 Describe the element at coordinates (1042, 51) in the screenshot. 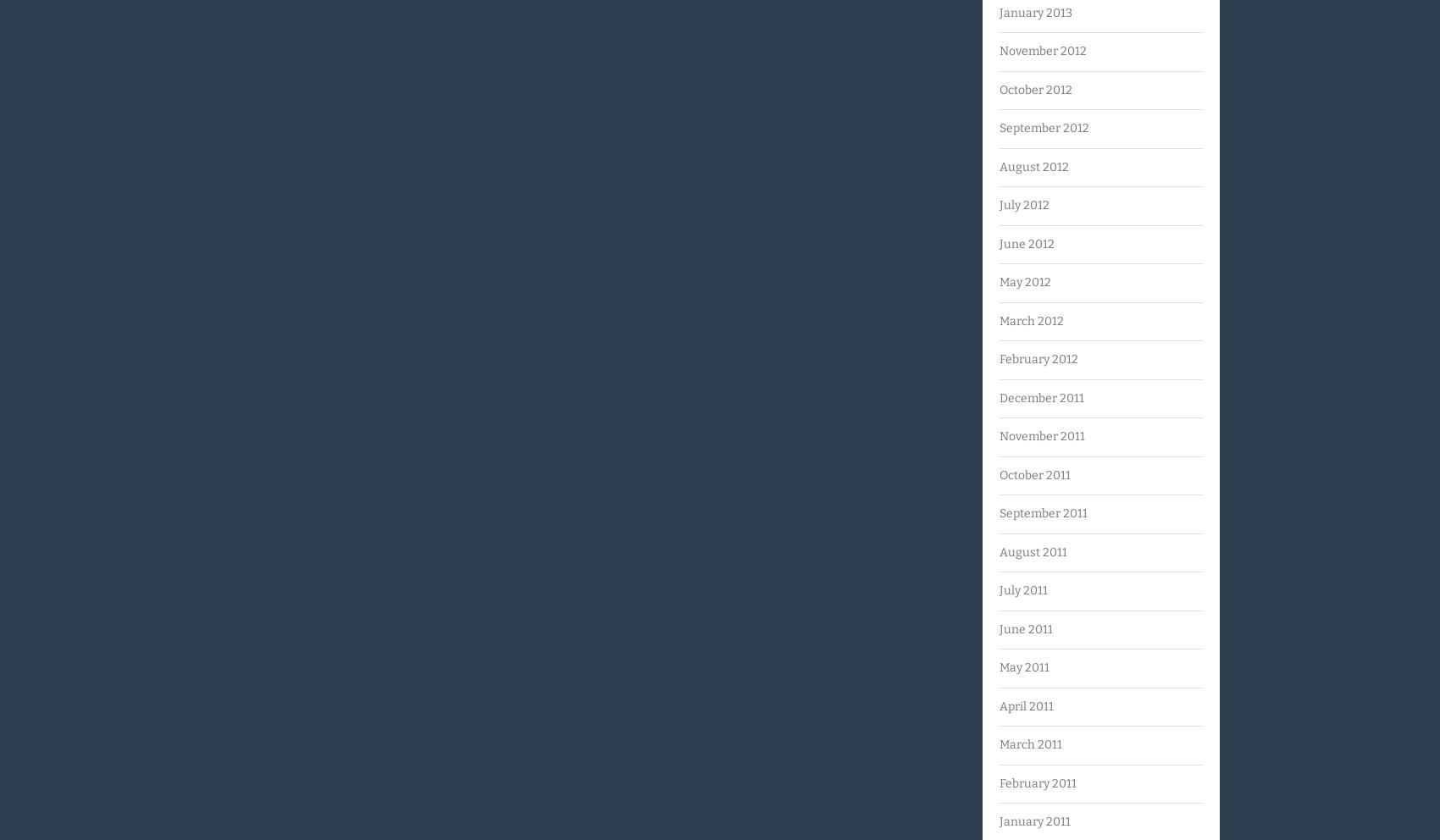

I see `'November 2012'` at that location.